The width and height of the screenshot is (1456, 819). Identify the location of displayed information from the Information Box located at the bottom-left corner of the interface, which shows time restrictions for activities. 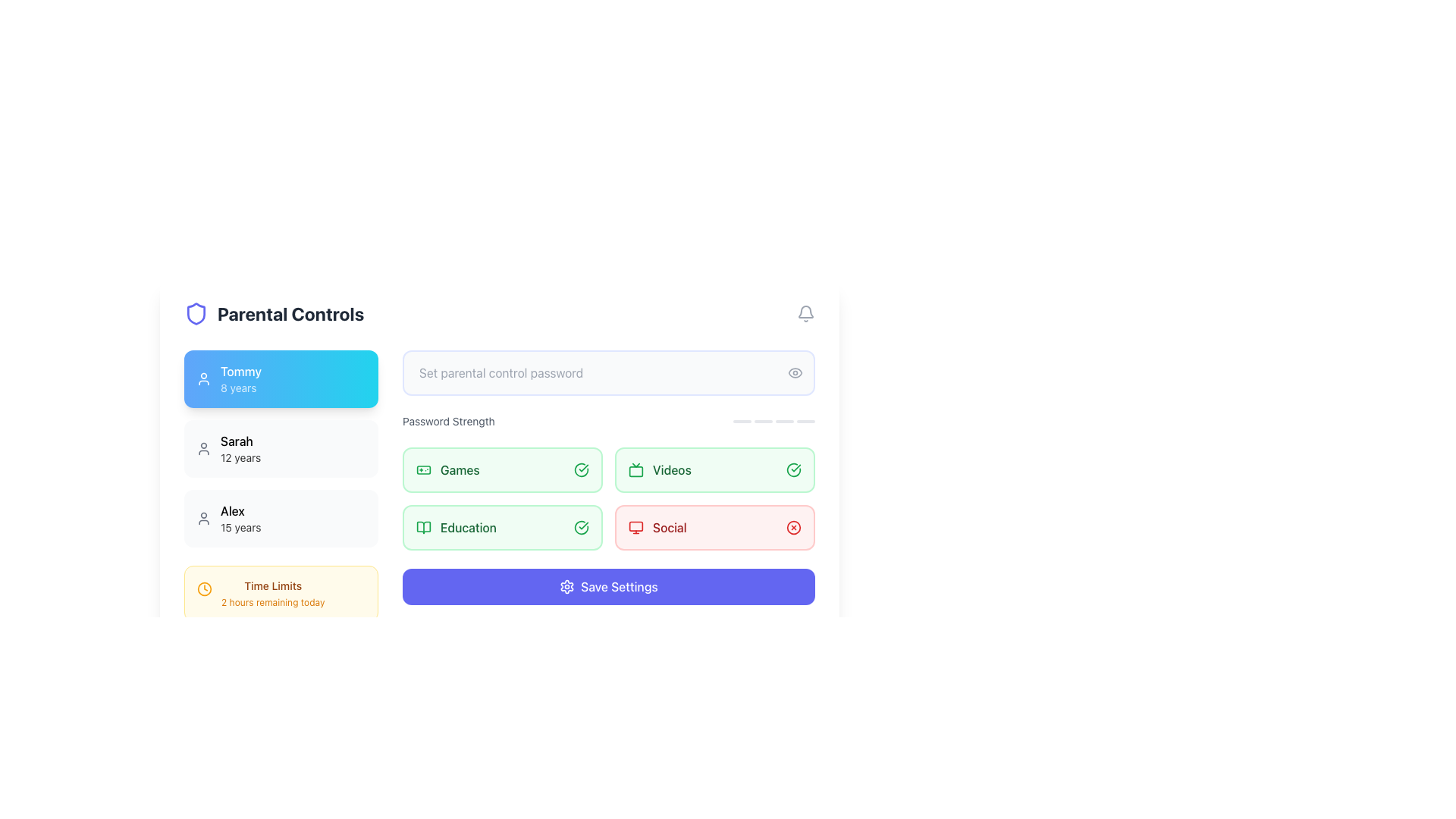
(281, 593).